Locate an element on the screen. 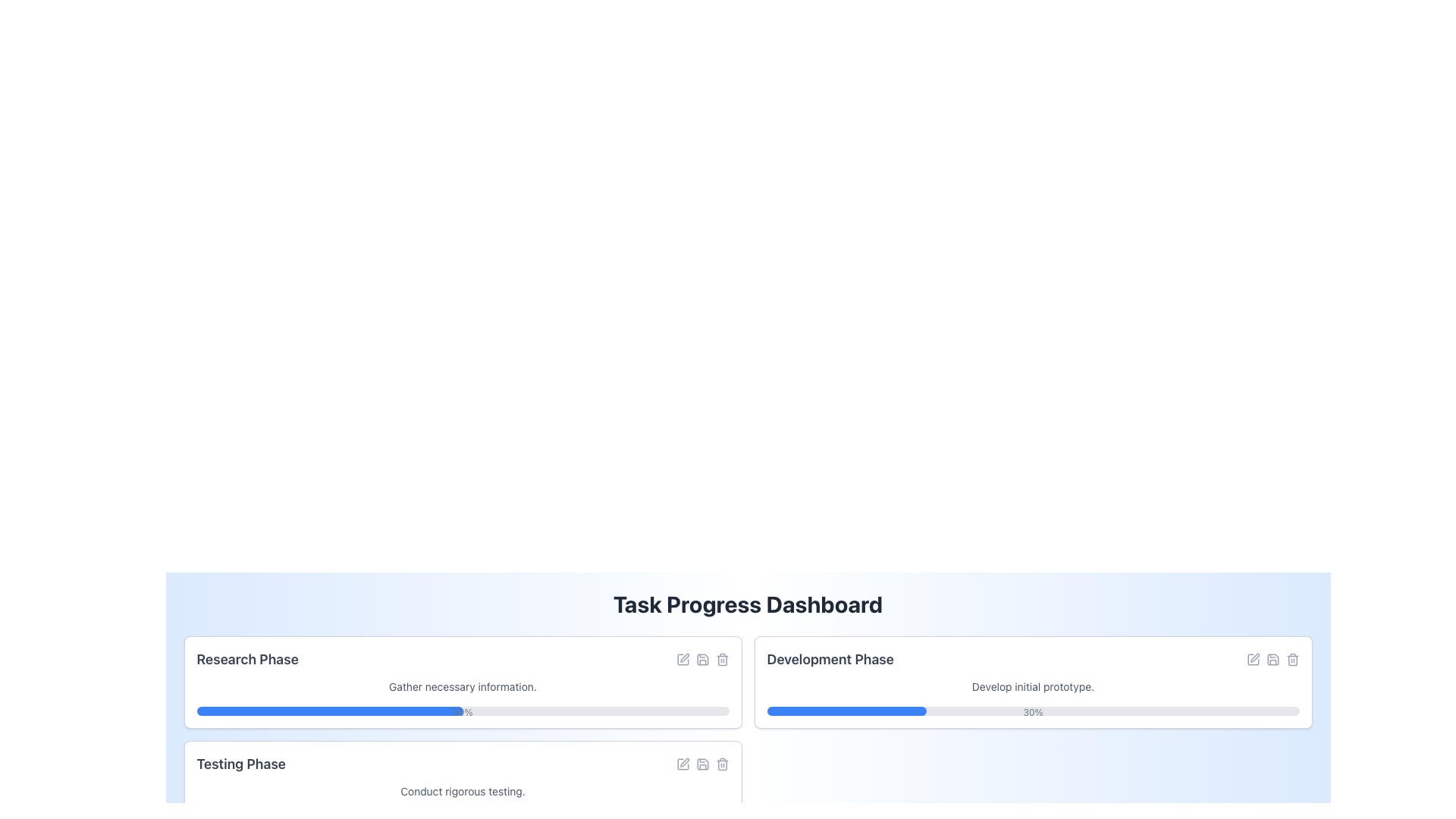 The height and width of the screenshot is (819, 1456). the progress bar representing 30% completion of the 'Development Phase' task is located at coordinates (1032, 711).